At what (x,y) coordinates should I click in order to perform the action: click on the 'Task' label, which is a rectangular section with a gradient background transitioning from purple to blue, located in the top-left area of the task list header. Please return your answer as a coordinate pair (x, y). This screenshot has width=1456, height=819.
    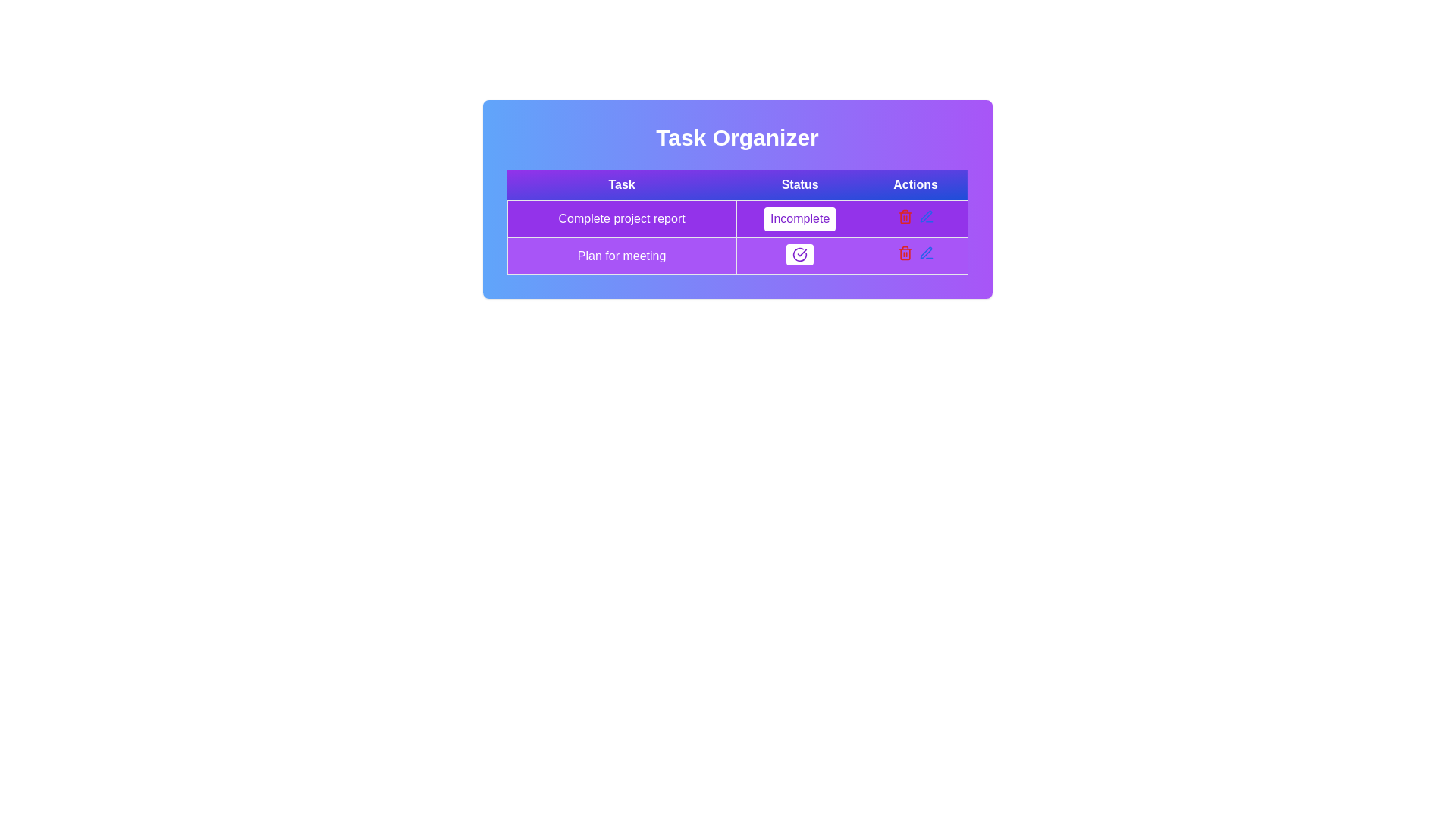
    Looking at the image, I should click on (622, 184).